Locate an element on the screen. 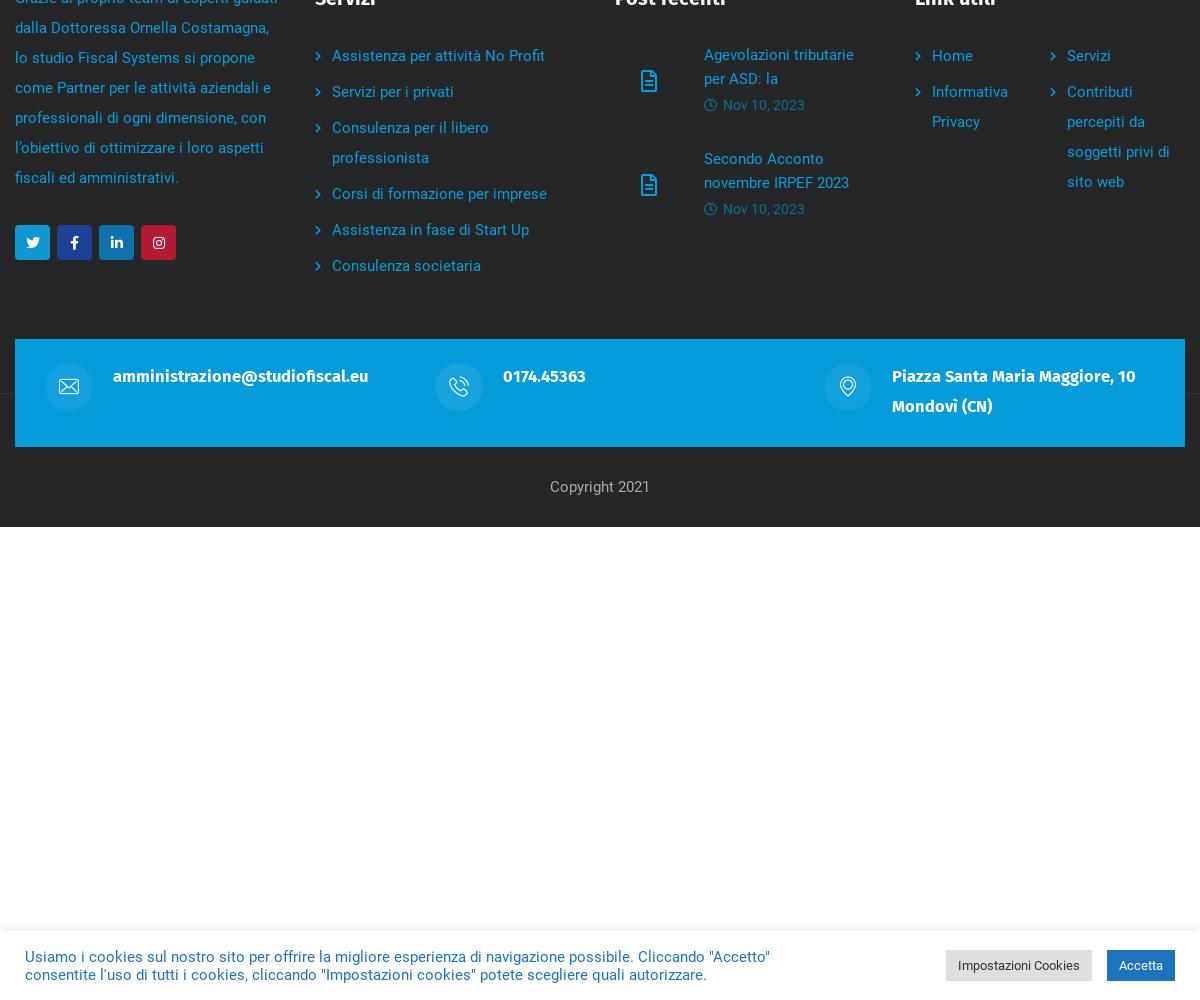 The width and height of the screenshot is (1200, 1000). 'Assistenza in fase di Start Up' is located at coordinates (332, 229).